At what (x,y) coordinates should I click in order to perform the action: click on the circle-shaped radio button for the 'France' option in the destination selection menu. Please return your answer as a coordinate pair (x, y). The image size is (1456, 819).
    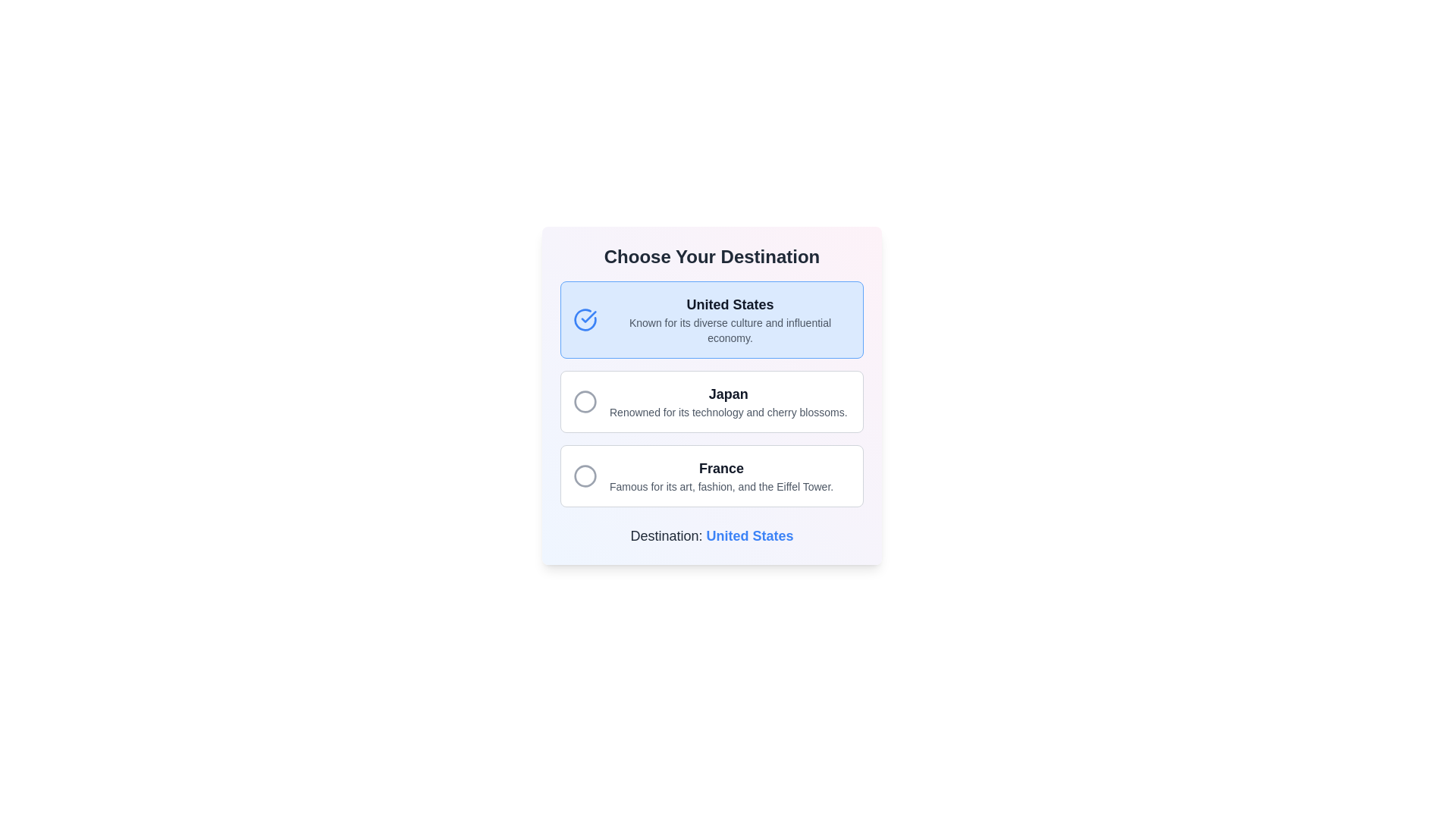
    Looking at the image, I should click on (585, 475).